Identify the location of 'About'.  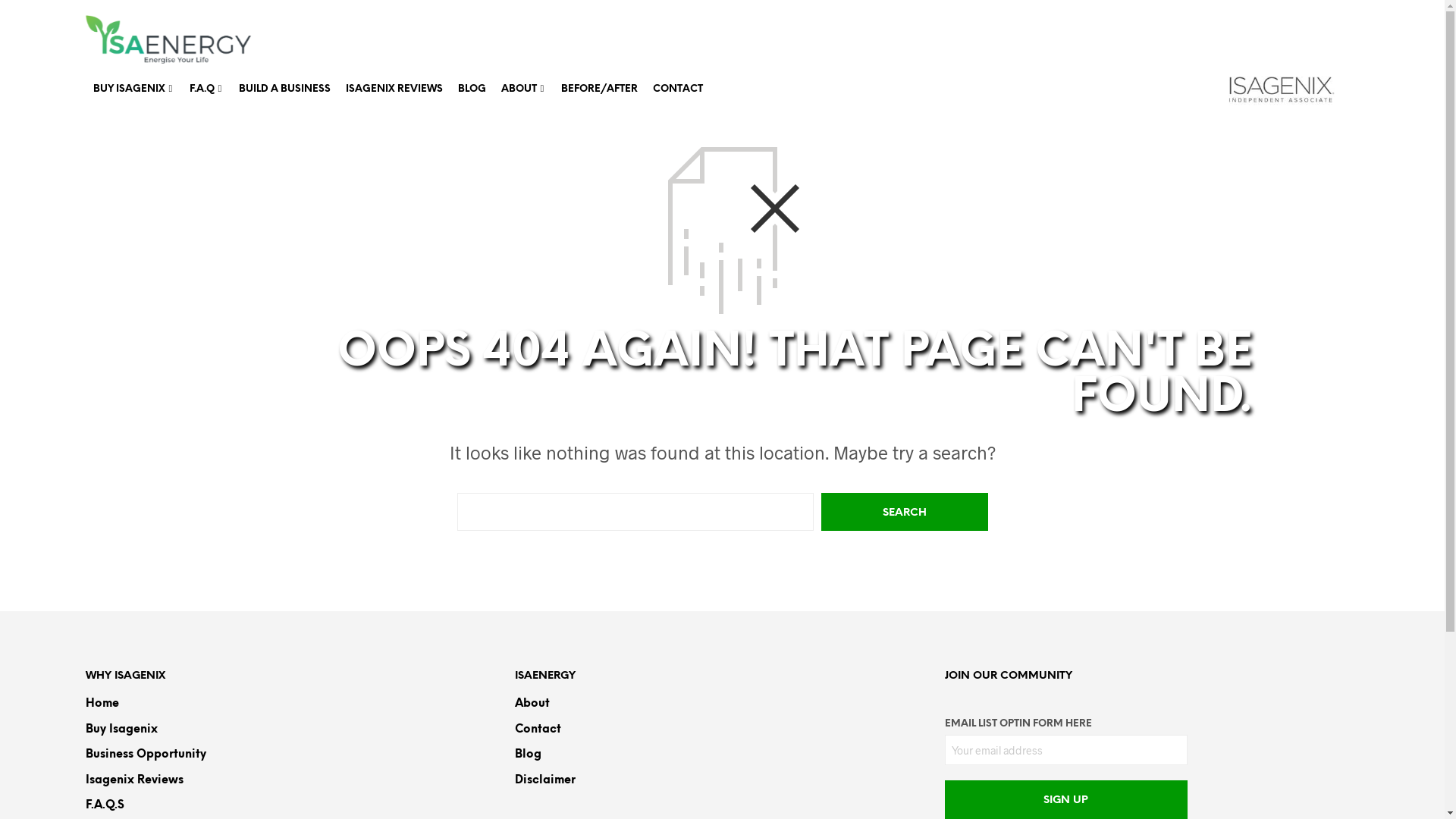
(532, 704).